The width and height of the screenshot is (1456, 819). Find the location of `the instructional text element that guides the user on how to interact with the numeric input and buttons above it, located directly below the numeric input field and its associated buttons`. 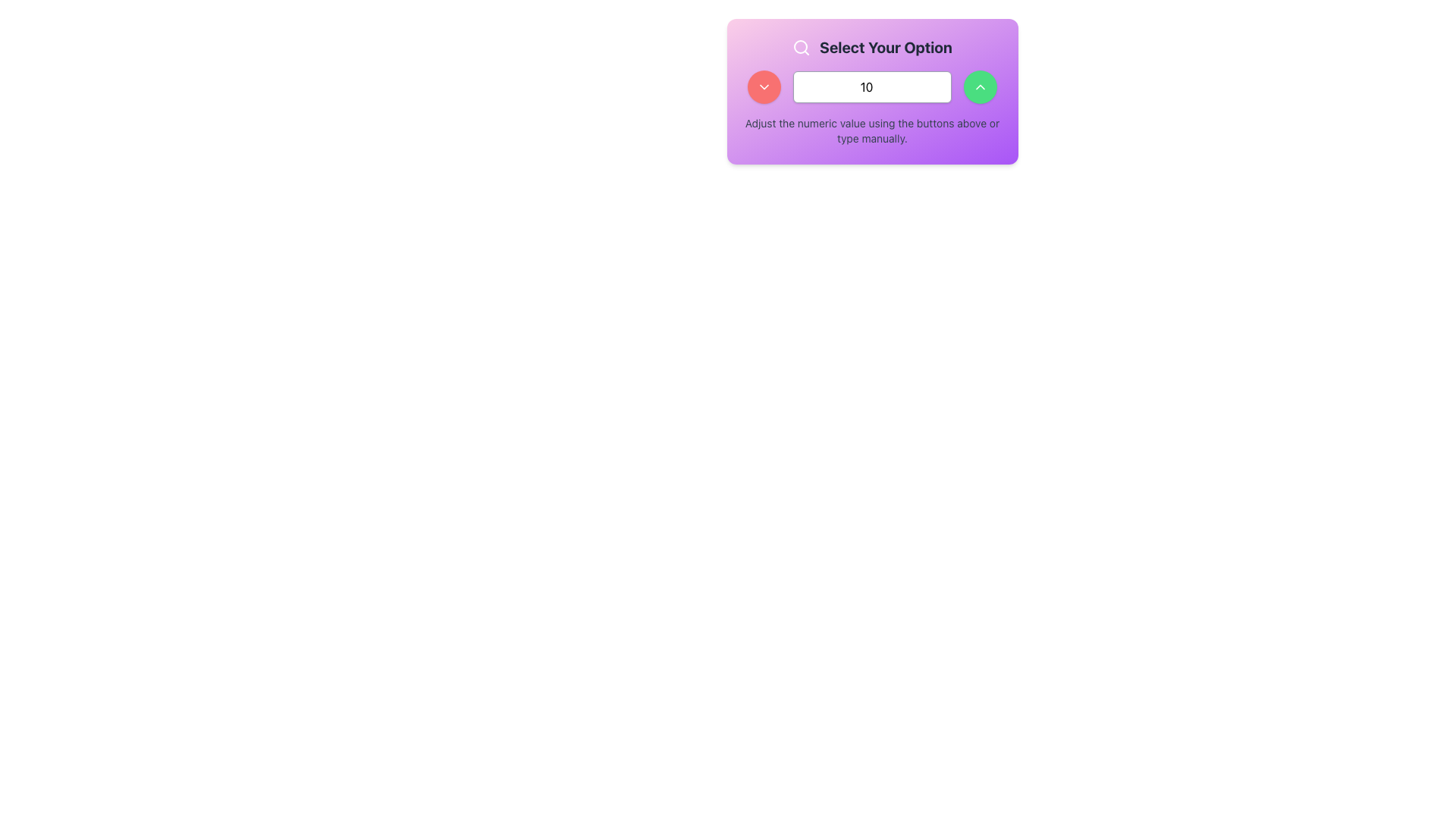

the instructional text element that guides the user on how to interact with the numeric input and buttons above it, located directly below the numeric input field and its associated buttons is located at coordinates (872, 130).